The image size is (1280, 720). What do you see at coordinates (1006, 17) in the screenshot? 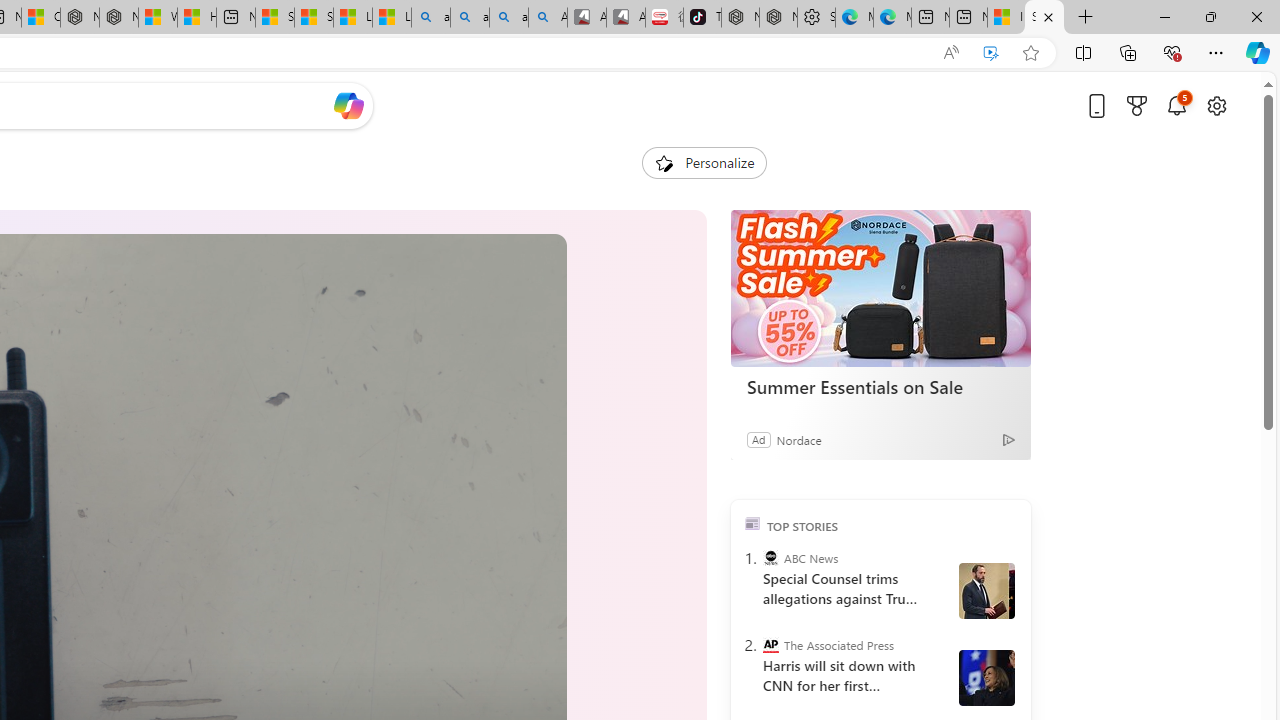
I see `'I Gained 20 Pounds of Muscle in 30 Days! | Watch'` at bounding box center [1006, 17].